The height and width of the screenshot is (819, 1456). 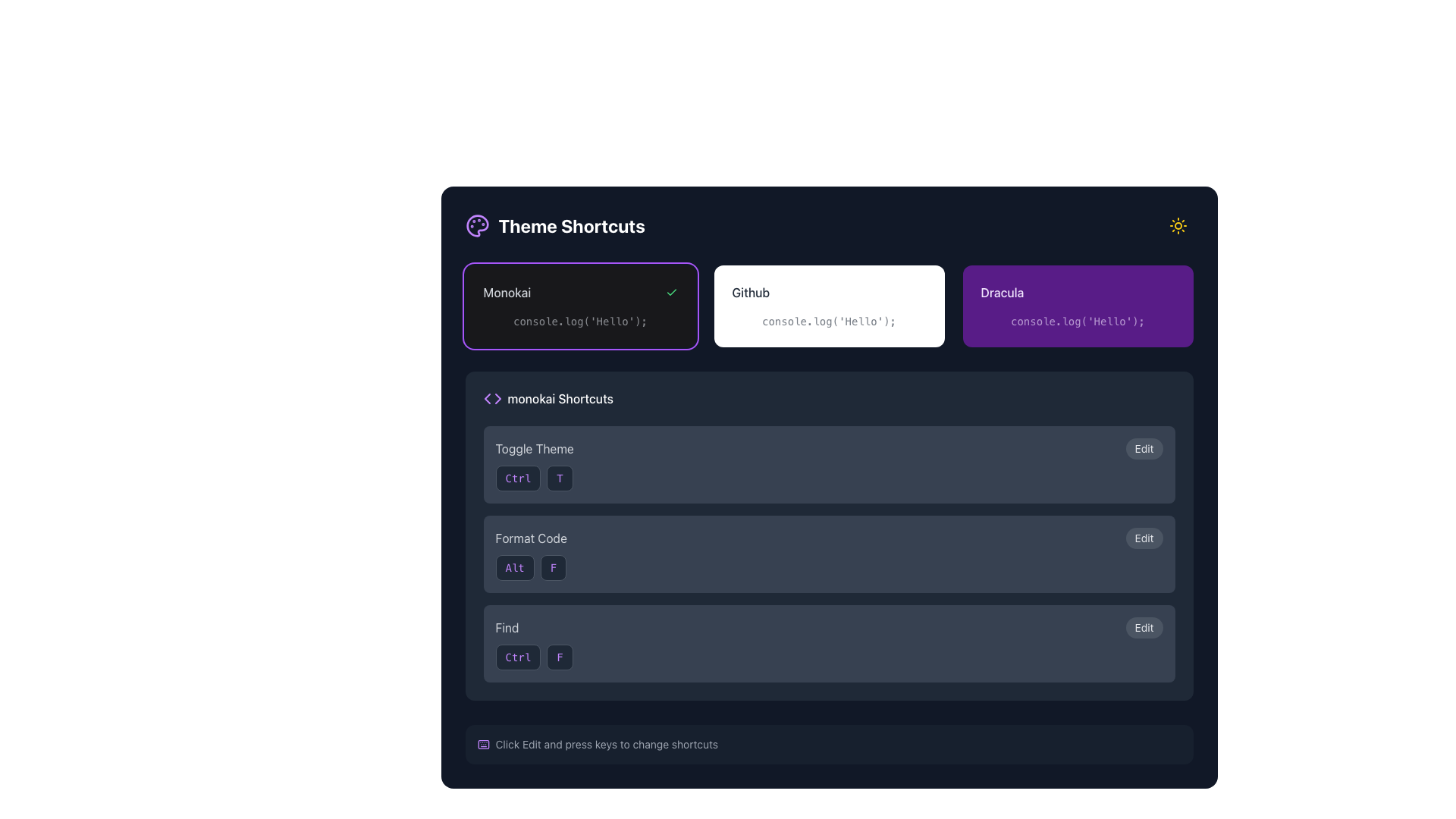 I want to click on and understand the instruction from the distinct gray instructional text label reading: 'Click Edit and press keys to change shortcuts', located at the bottom of the shortcuts section, so click(x=607, y=744).